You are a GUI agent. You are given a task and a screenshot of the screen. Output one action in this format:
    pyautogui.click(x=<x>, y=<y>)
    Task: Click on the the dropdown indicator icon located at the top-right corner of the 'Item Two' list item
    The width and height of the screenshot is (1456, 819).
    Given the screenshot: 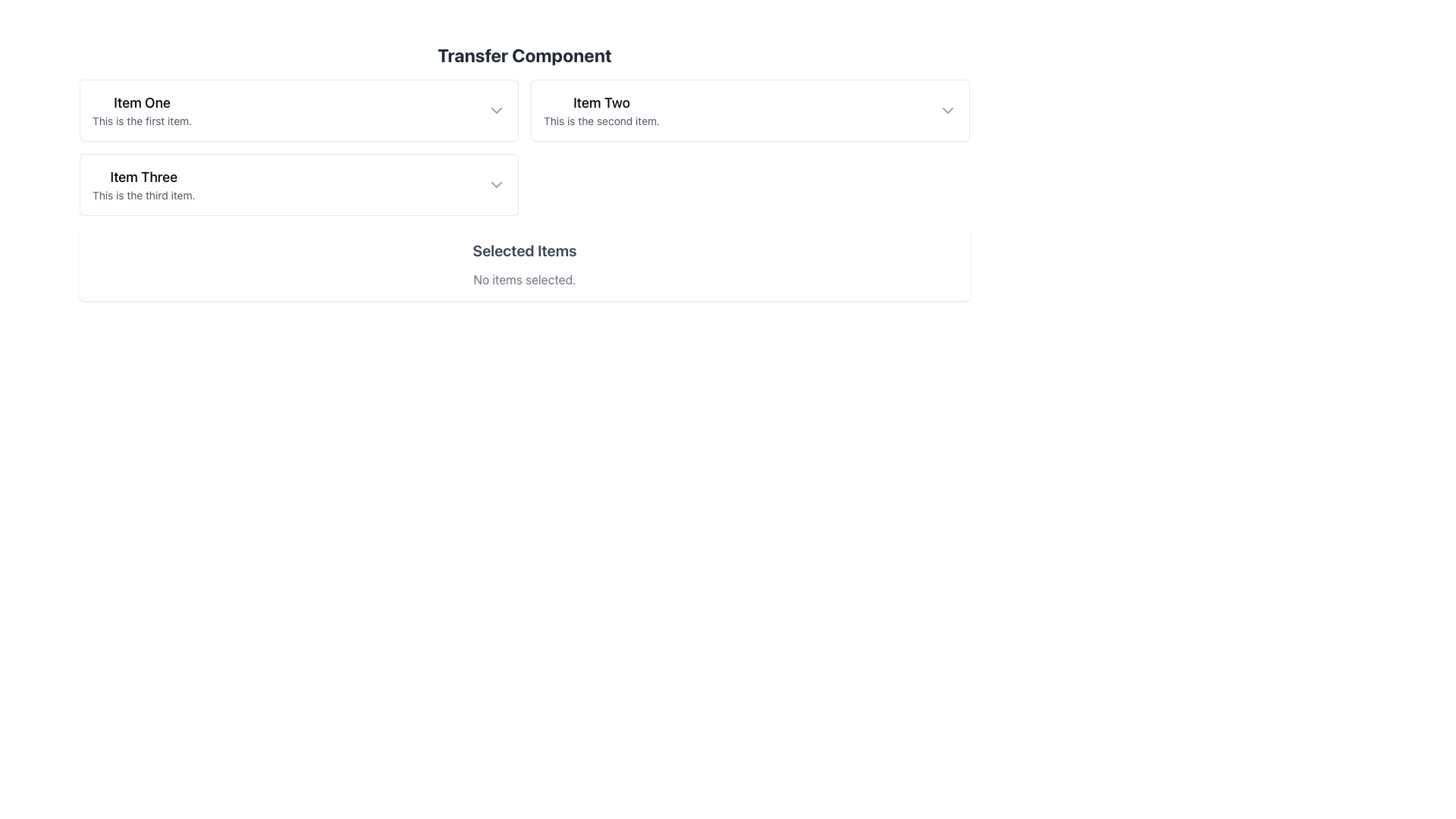 What is the action you would take?
    pyautogui.click(x=946, y=110)
    